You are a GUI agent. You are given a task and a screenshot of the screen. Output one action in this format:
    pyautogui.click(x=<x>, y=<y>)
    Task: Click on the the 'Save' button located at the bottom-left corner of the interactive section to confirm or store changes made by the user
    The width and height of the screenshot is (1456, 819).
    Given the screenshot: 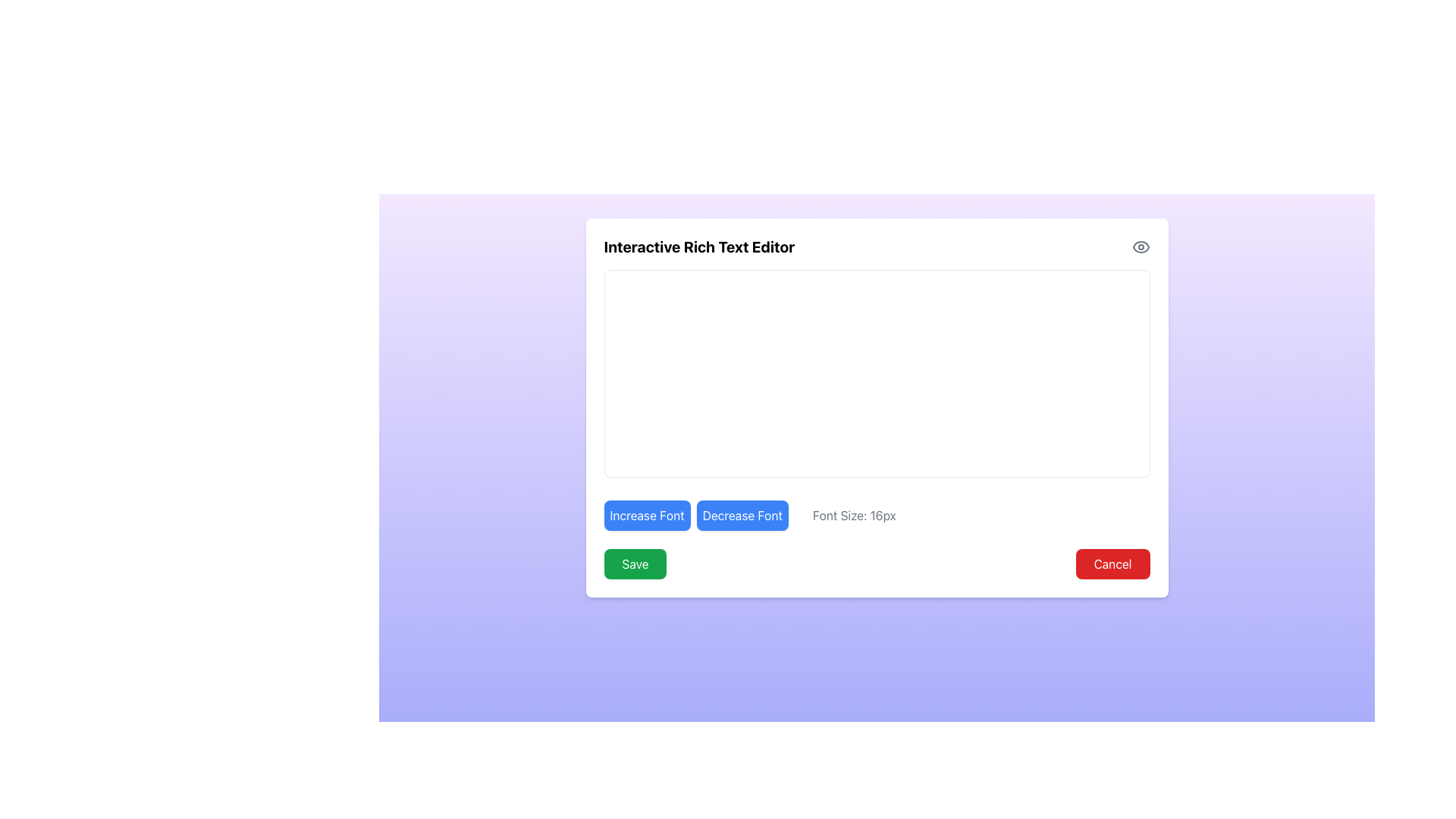 What is the action you would take?
    pyautogui.click(x=635, y=564)
    